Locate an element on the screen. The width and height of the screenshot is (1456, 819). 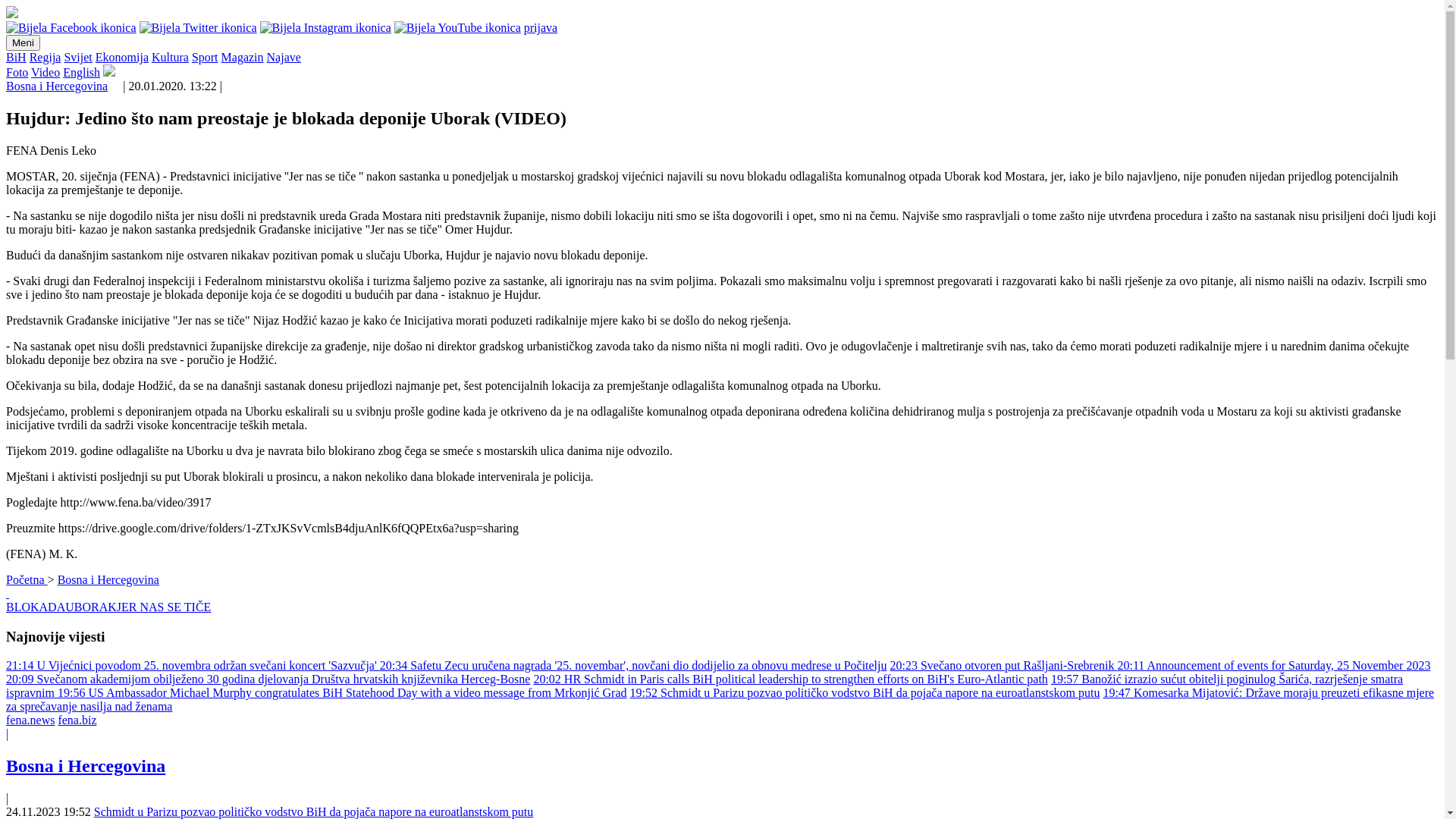
'Svijet' is located at coordinates (77, 56).